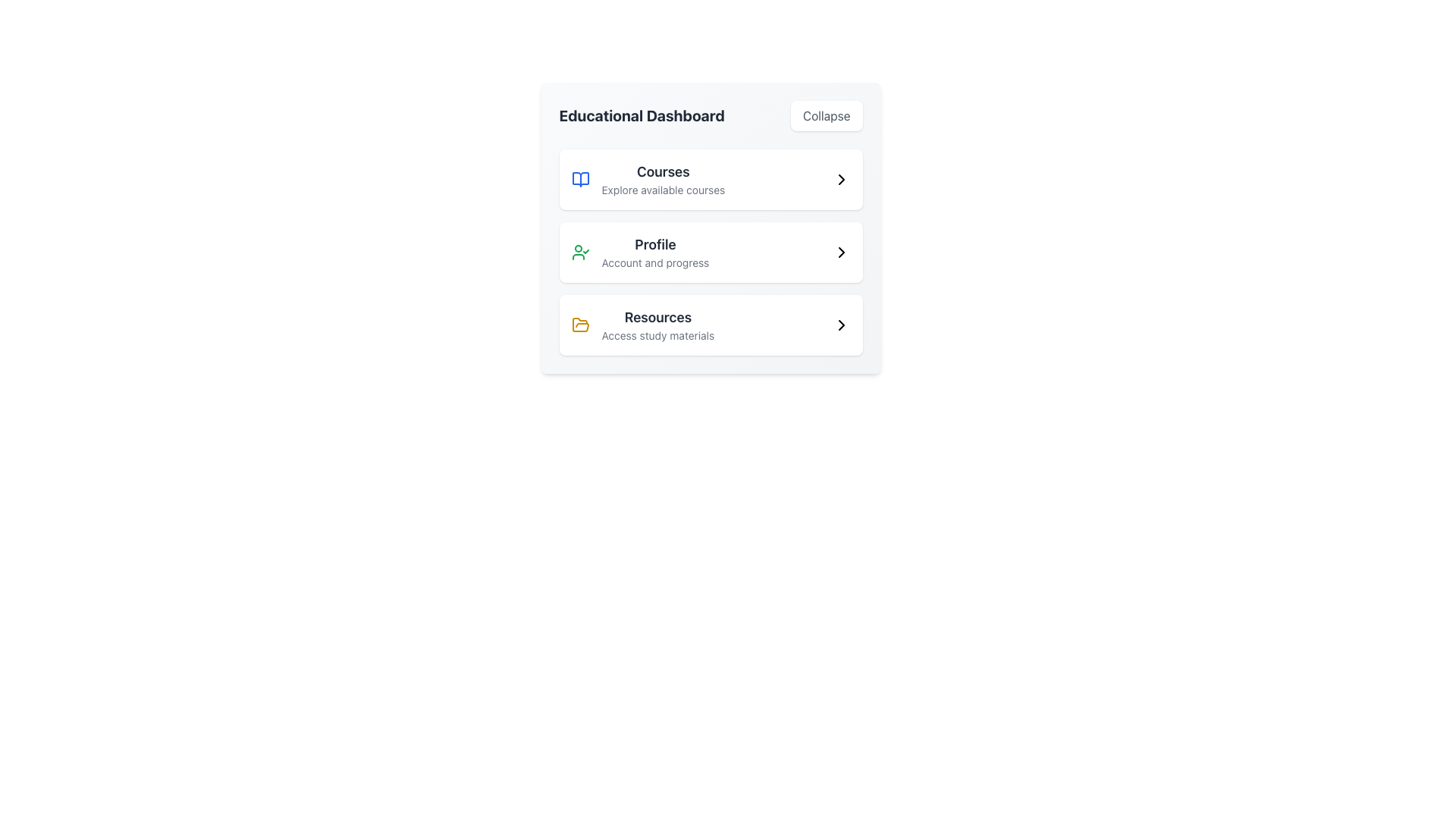 The image size is (1456, 819). I want to click on the 'Profile' textual label with heading and subtitle, so click(655, 251).